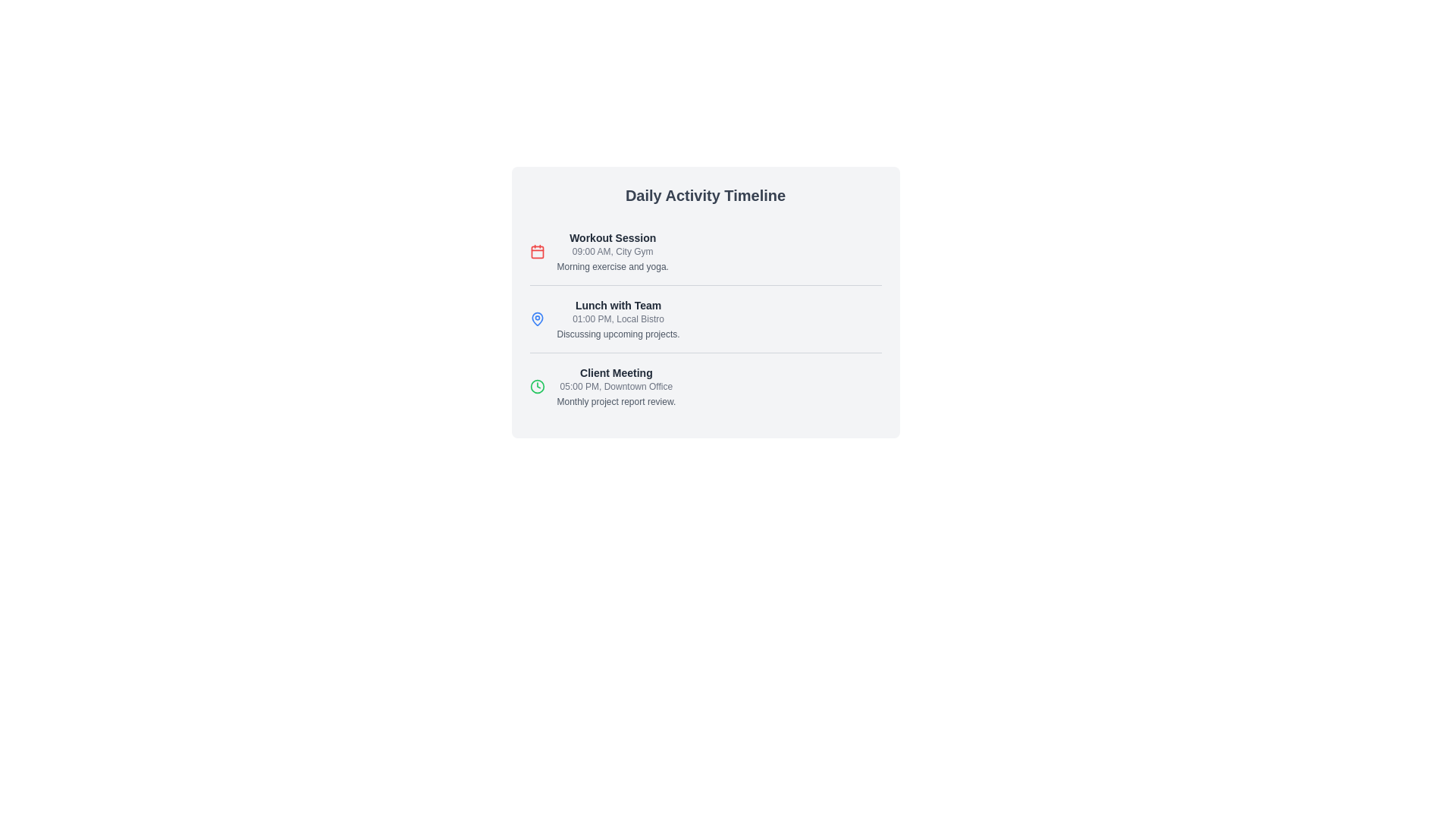  I want to click on text label containing '09:00 AM, City Gym', located under the bold header 'Workout Session' in the 'Daily Activity Timeline' panel, so click(613, 250).